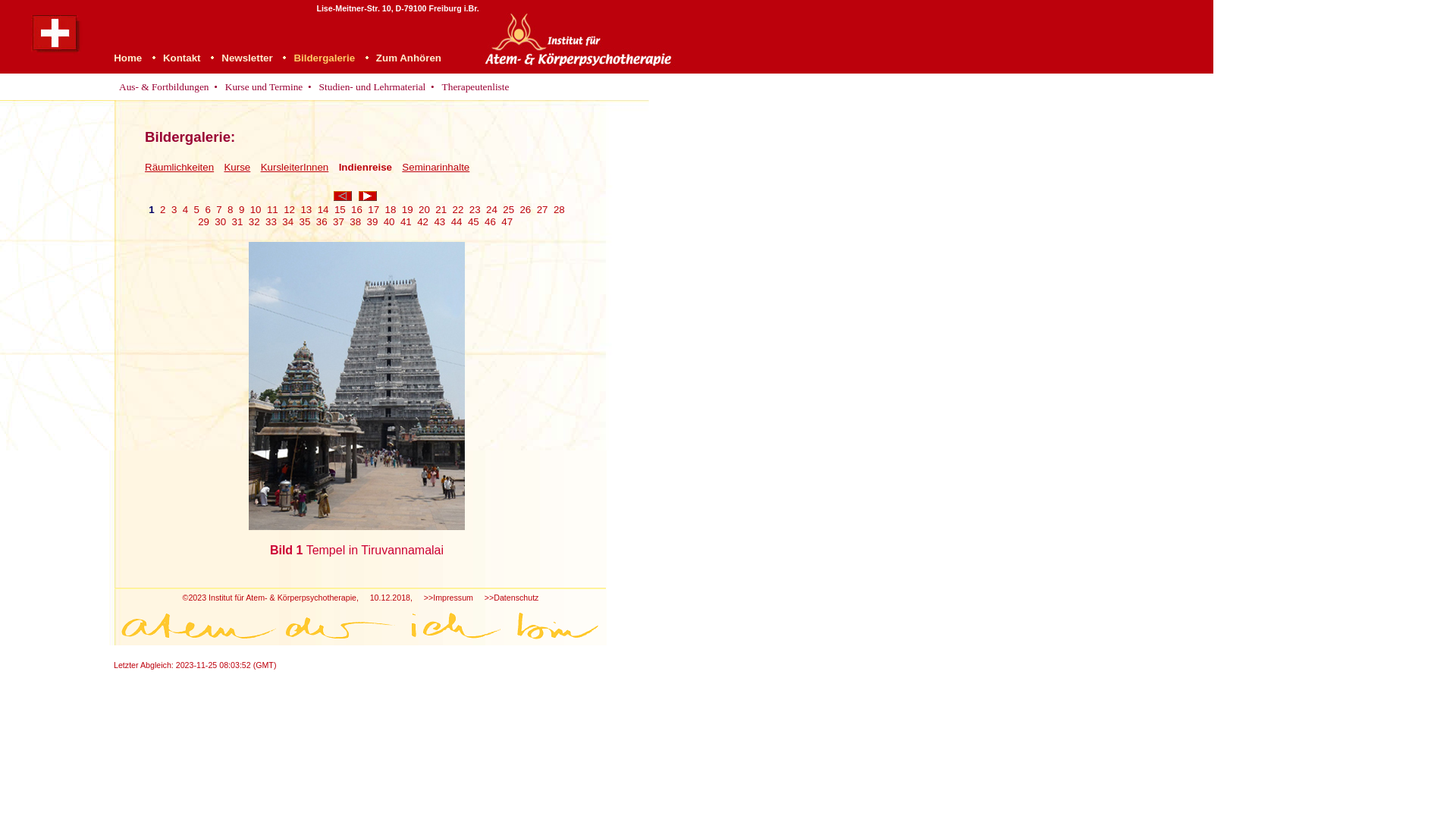 This screenshot has width=1456, height=819. I want to click on 'Home', so click(112, 57).